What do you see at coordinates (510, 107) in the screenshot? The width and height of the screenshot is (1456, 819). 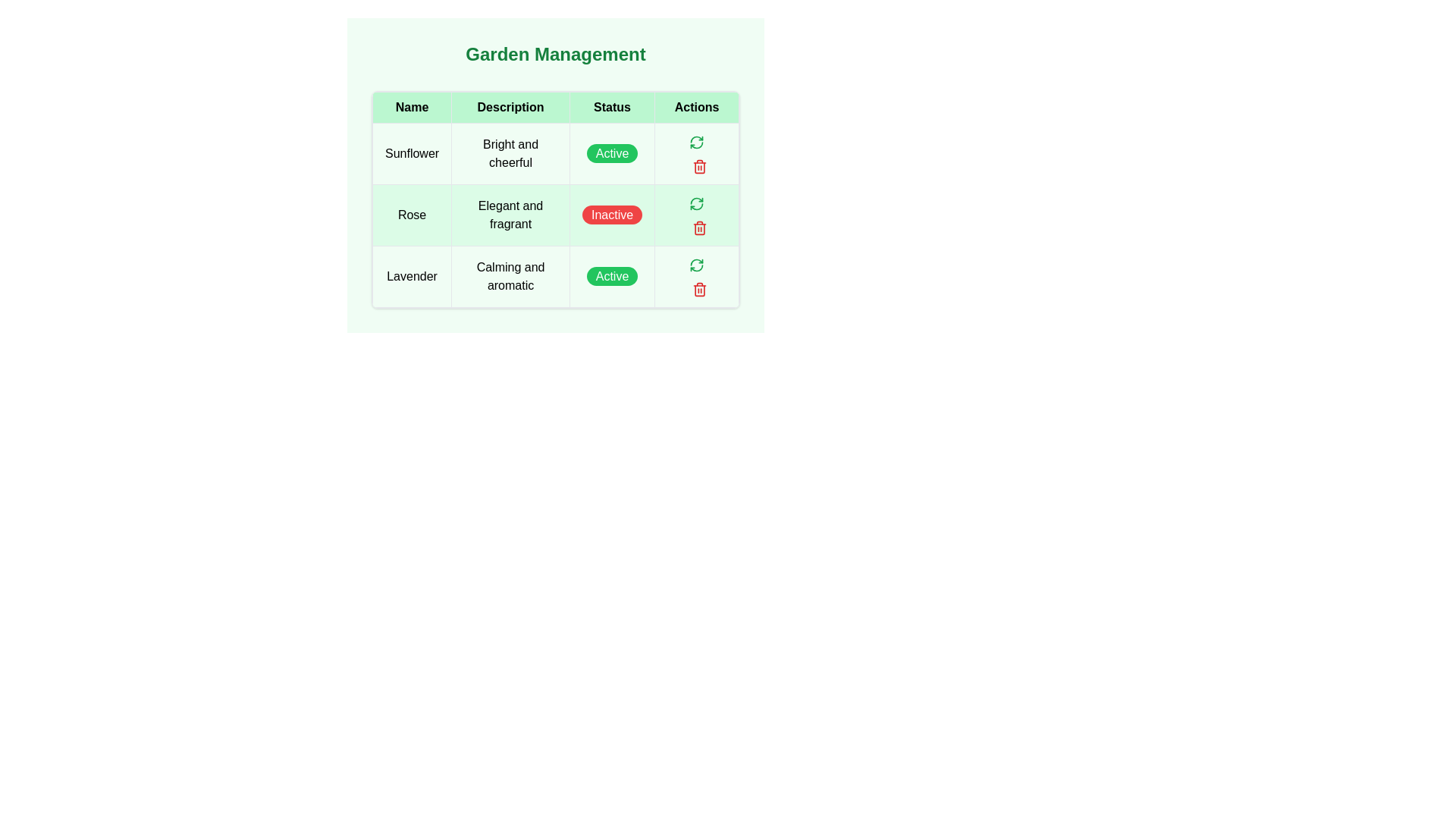 I see `the Table header cell with a green background containing the text 'Description' in bold, black font, which is the second cell from the left in the header row of the table` at bounding box center [510, 107].